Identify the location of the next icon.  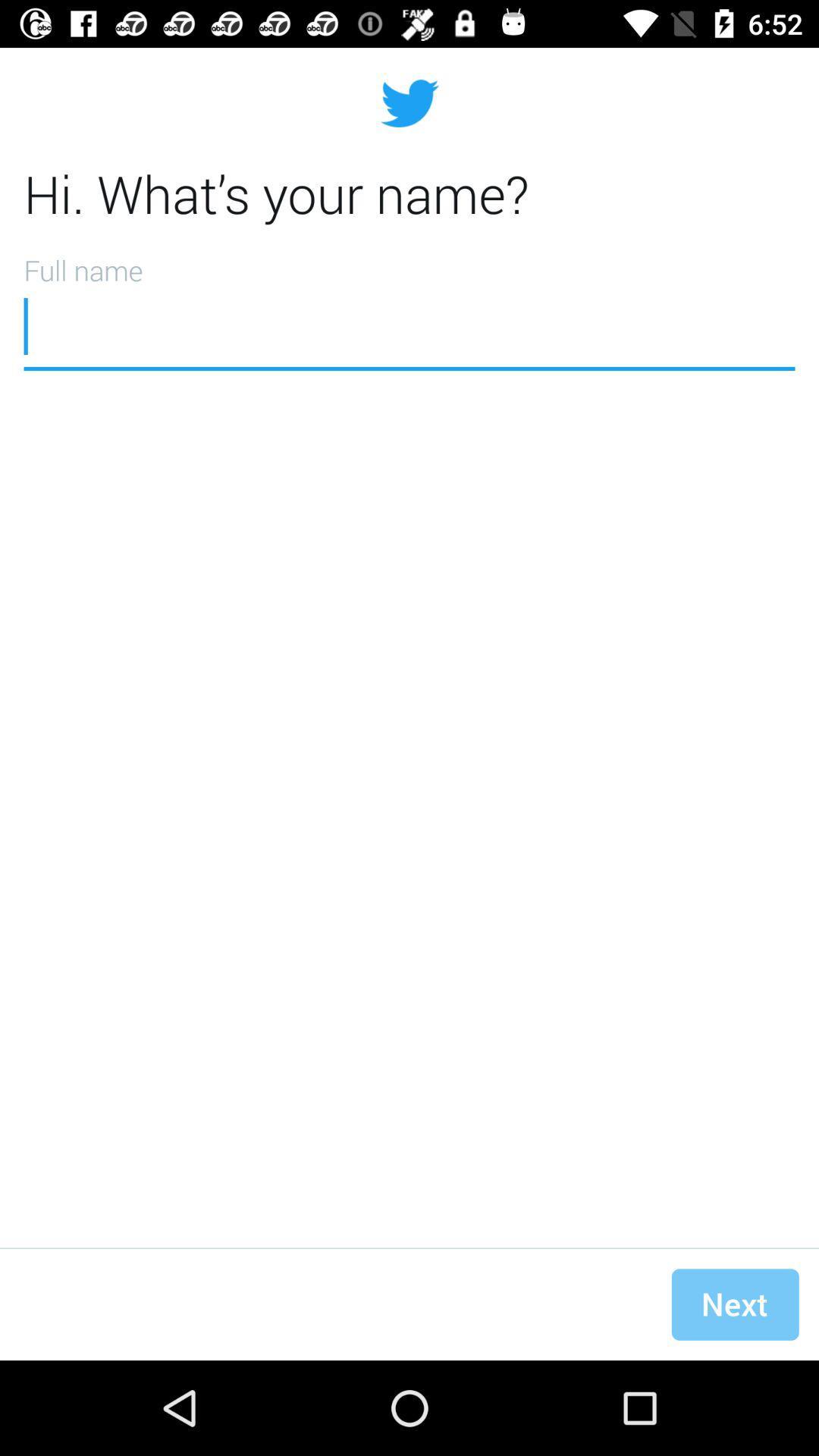
(734, 1304).